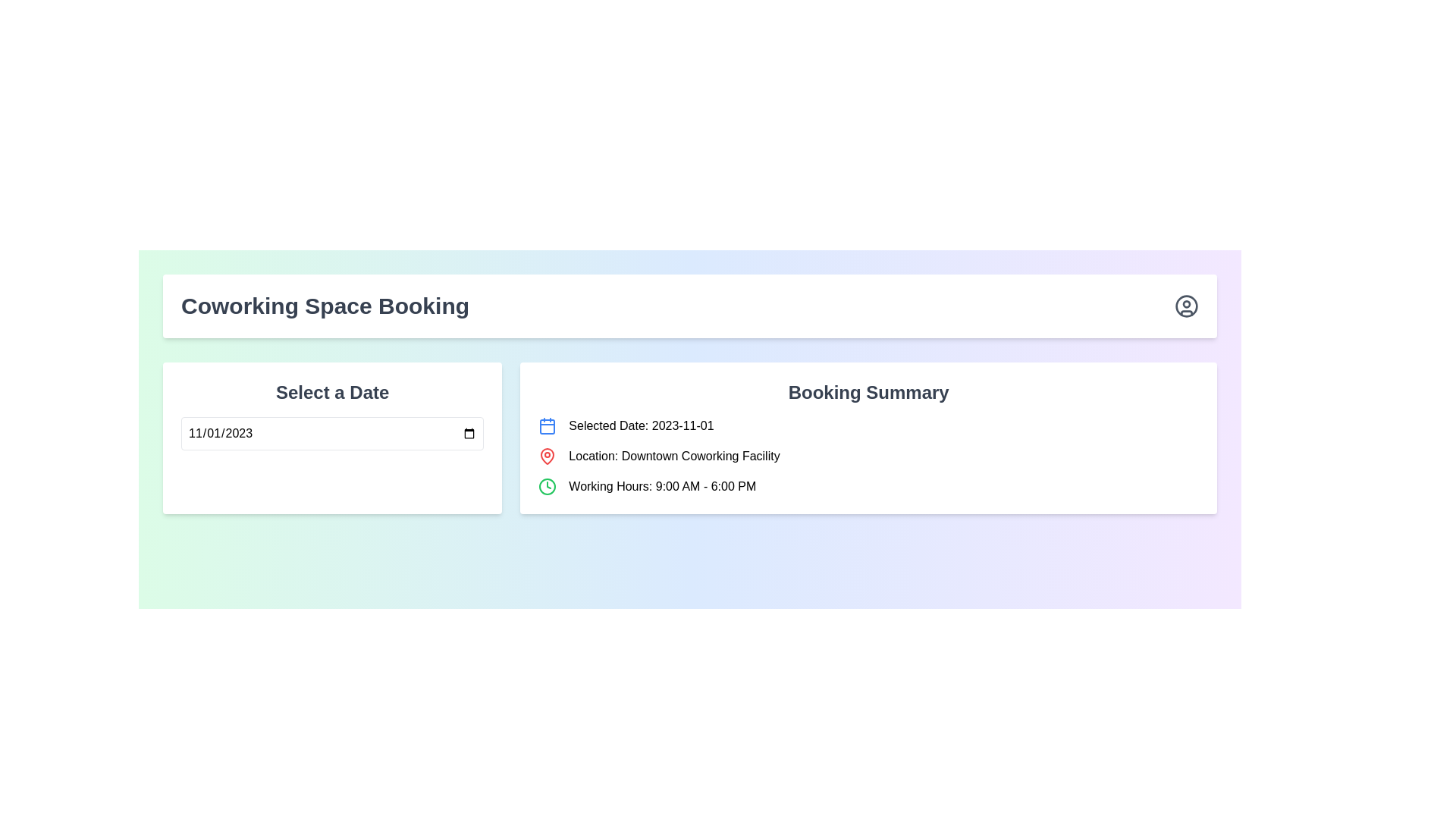  What do you see at coordinates (547, 426) in the screenshot?
I see `the blue calendar icon that symbolizes a date, positioned to the left of the 'Selected Date: 2023-11-01' text in the 'Booking Summary' card` at bounding box center [547, 426].